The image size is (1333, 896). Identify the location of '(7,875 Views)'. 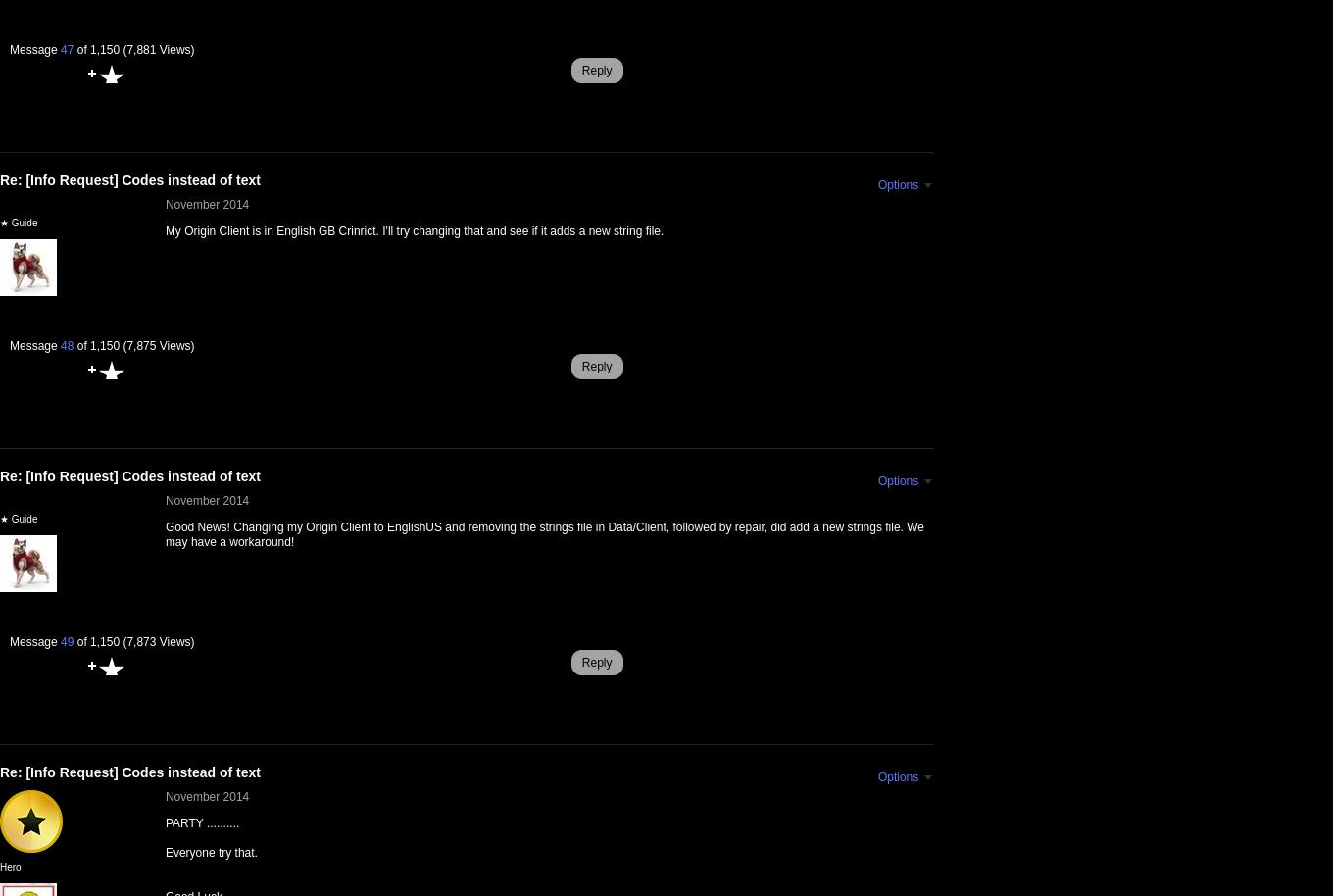
(122, 344).